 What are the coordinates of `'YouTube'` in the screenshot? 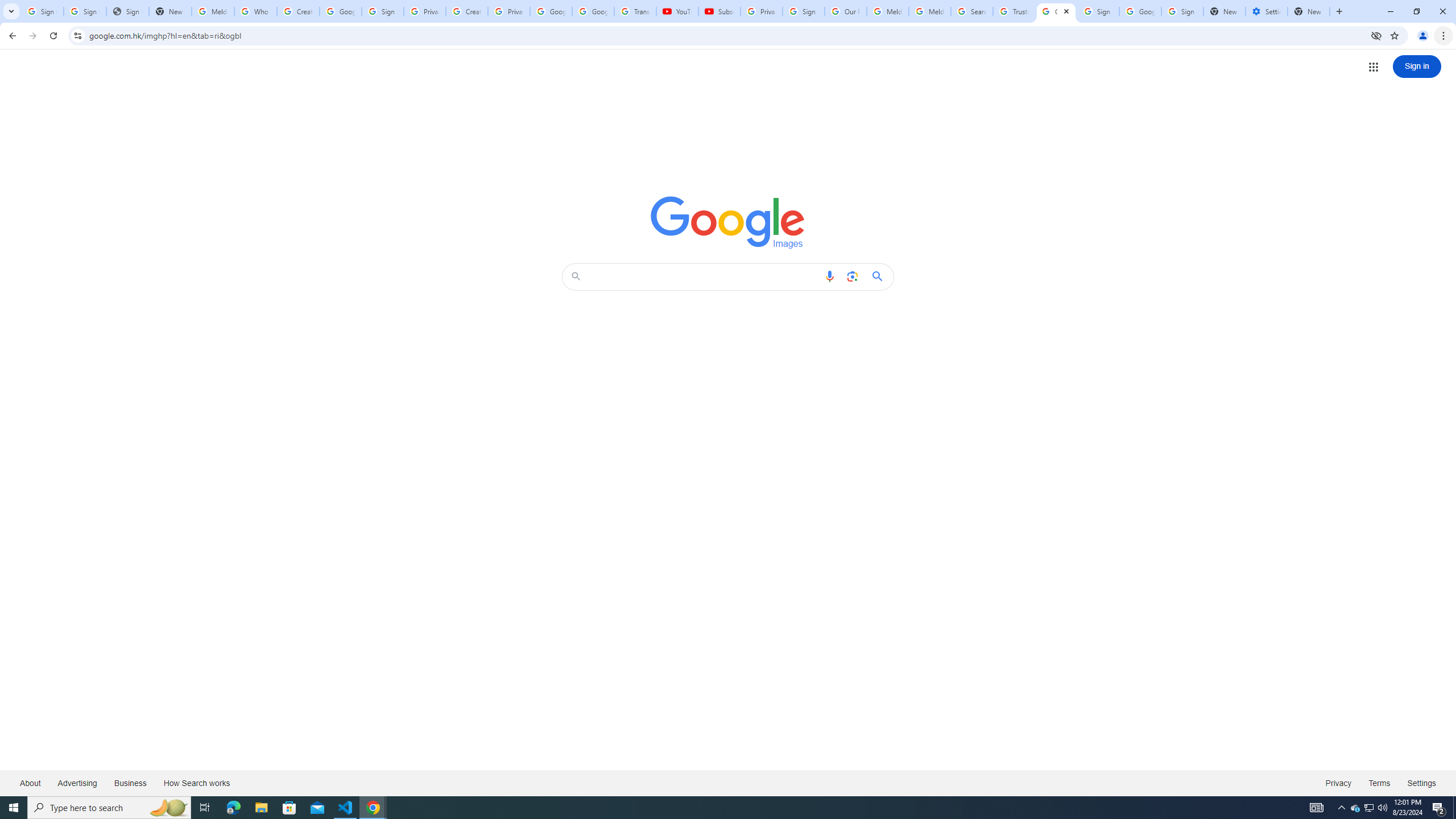 It's located at (677, 11).